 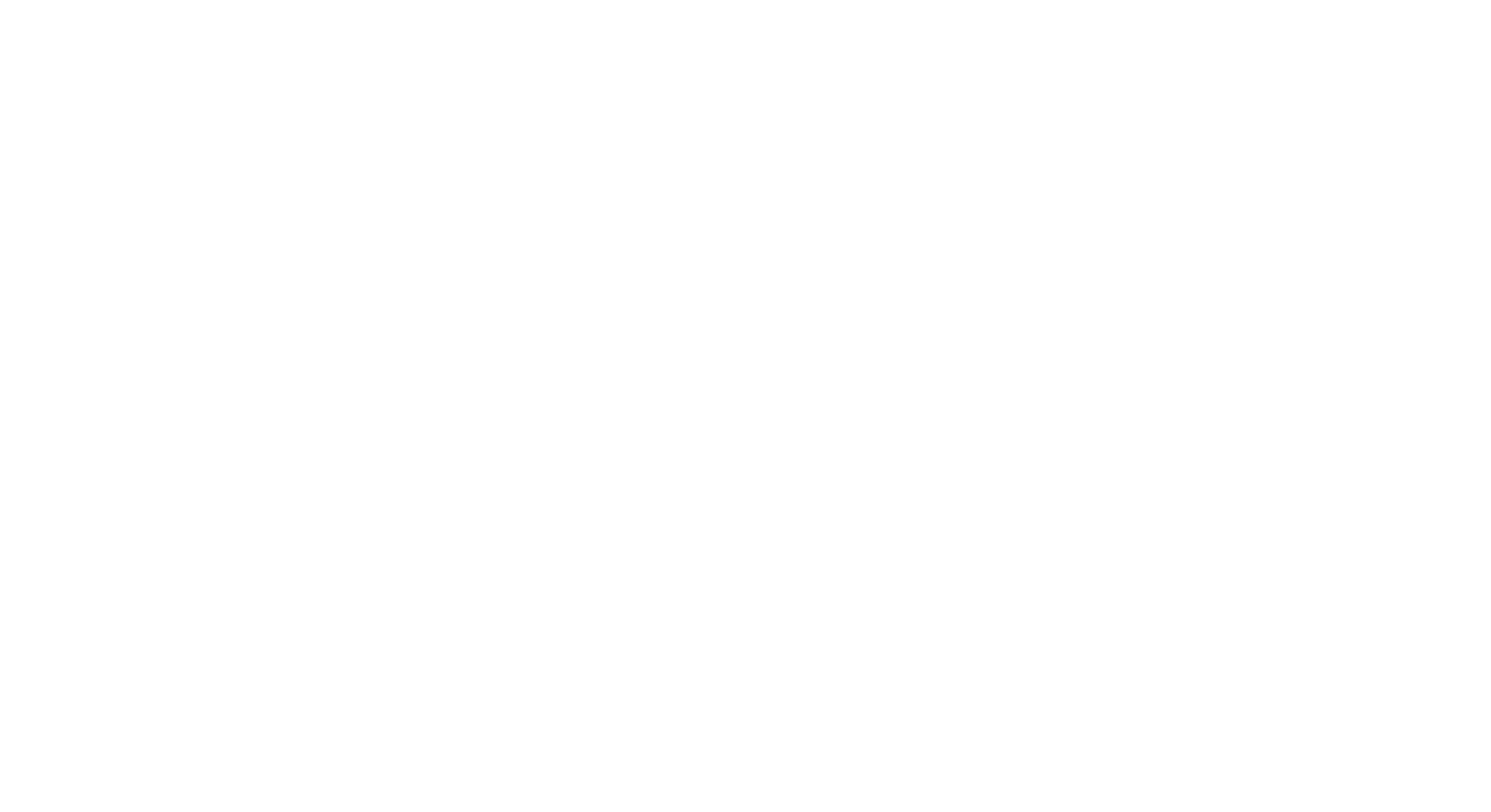 What do you see at coordinates (557, 151) in the screenshot?
I see `'–          Sugary and fatty foods can make you feel more tired, try to limit these during shifts.'` at bounding box center [557, 151].